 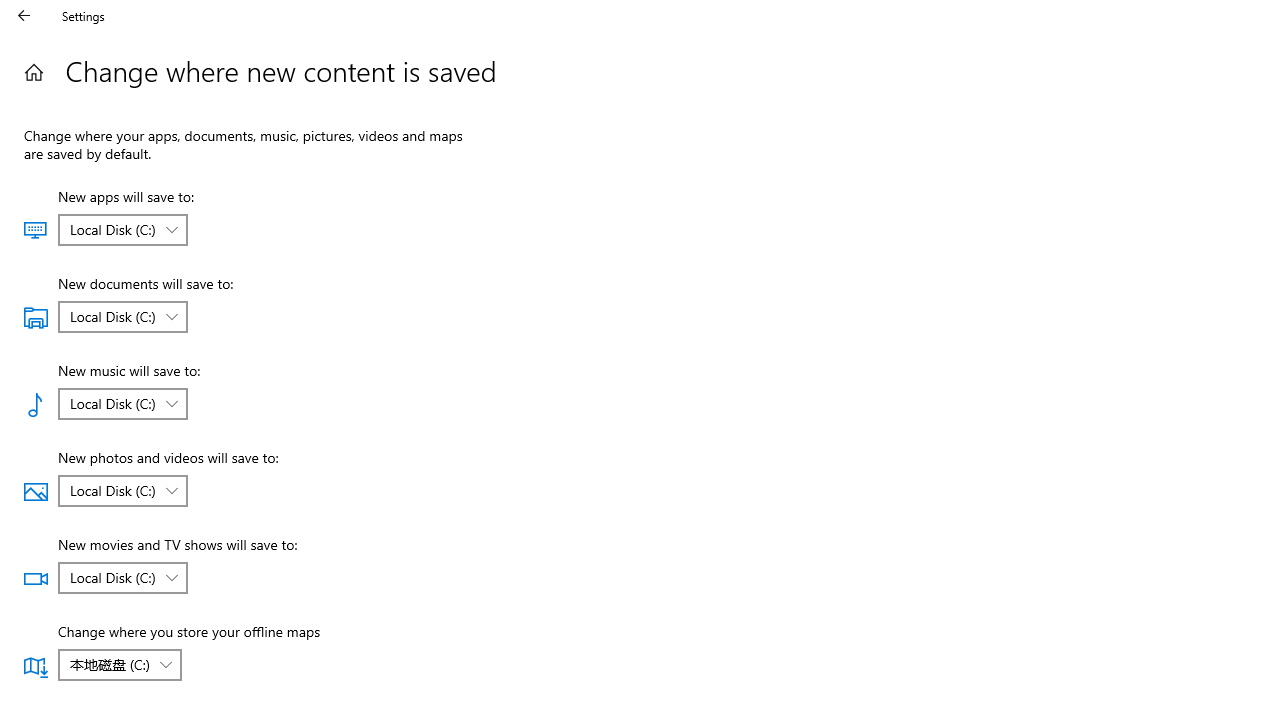 What do you see at coordinates (121, 491) in the screenshot?
I see `'New photos and videos will save to:'` at bounding box center [121, 491].